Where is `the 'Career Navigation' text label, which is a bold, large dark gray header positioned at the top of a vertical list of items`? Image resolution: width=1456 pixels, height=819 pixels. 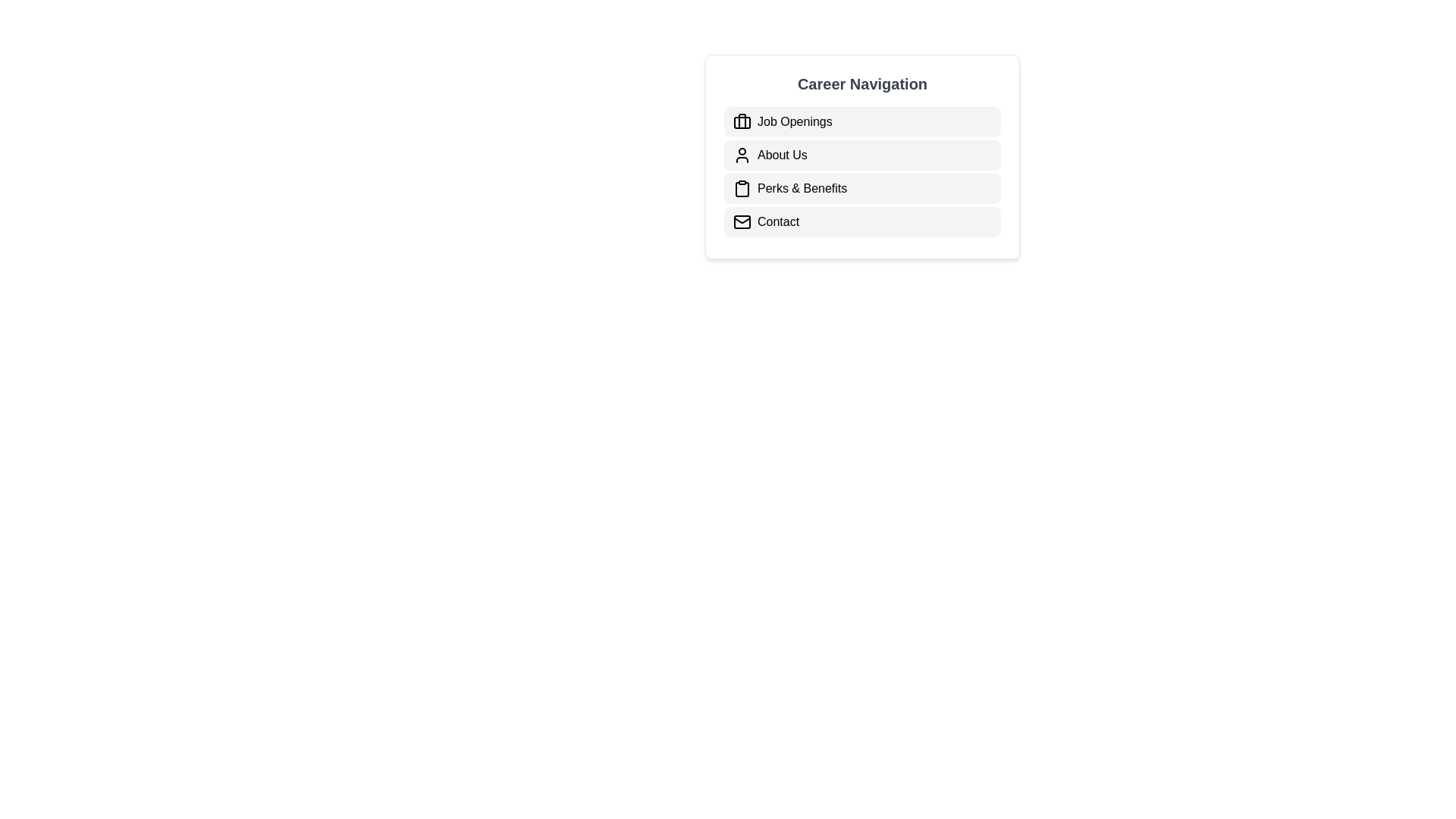 the 'Career Navigation' text label, which is a bold, large dark gray header positioned at the top of a vertical list of items is located at coordinates (862, 84).